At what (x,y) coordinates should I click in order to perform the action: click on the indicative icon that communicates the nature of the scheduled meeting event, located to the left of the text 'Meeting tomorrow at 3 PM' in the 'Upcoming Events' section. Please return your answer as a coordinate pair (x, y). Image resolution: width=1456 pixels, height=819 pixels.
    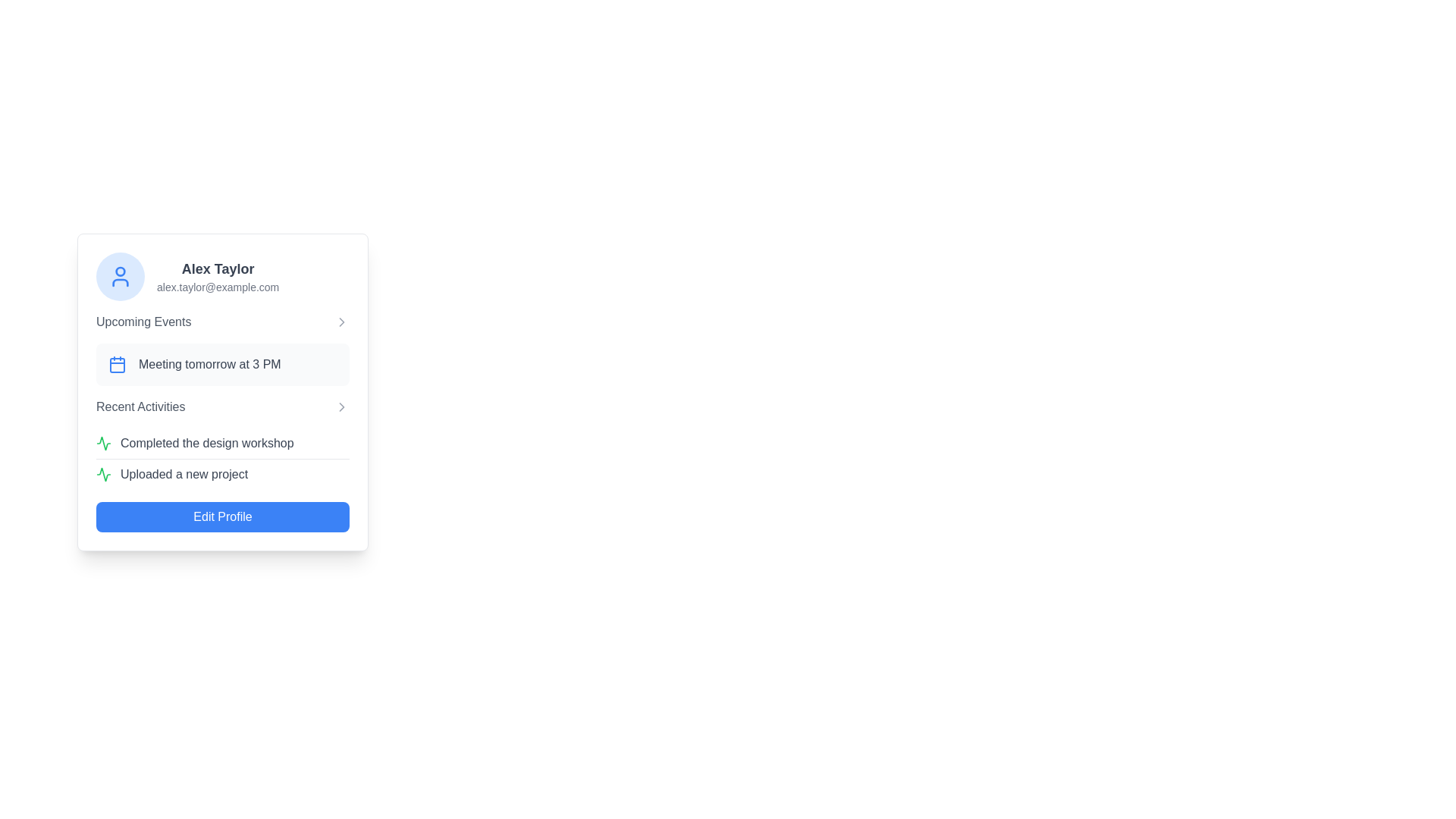
    Looking at the image, I should click on (116, 365).